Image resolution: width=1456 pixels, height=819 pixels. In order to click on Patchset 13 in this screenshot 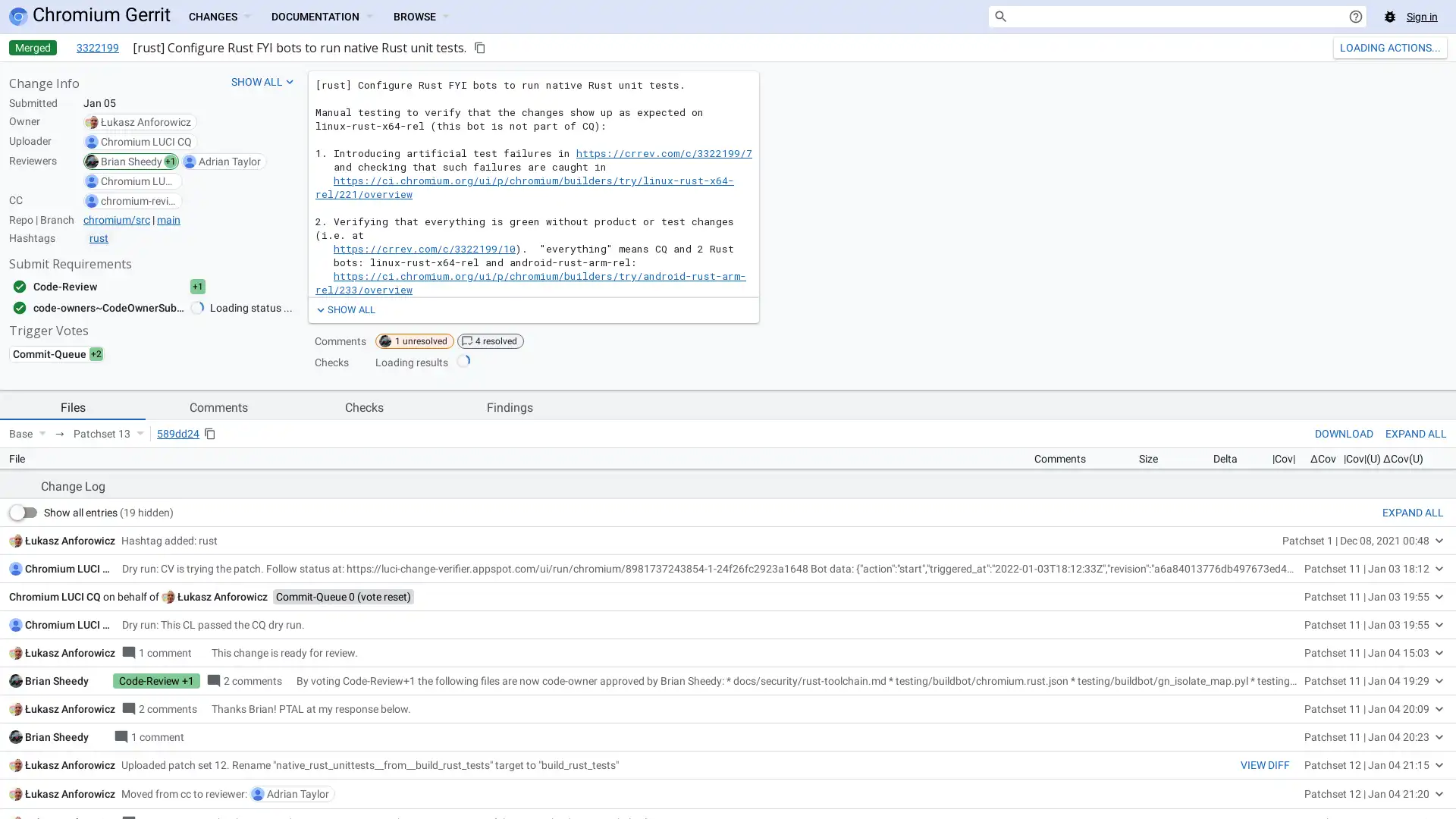, I will do `click(108, 433)`.